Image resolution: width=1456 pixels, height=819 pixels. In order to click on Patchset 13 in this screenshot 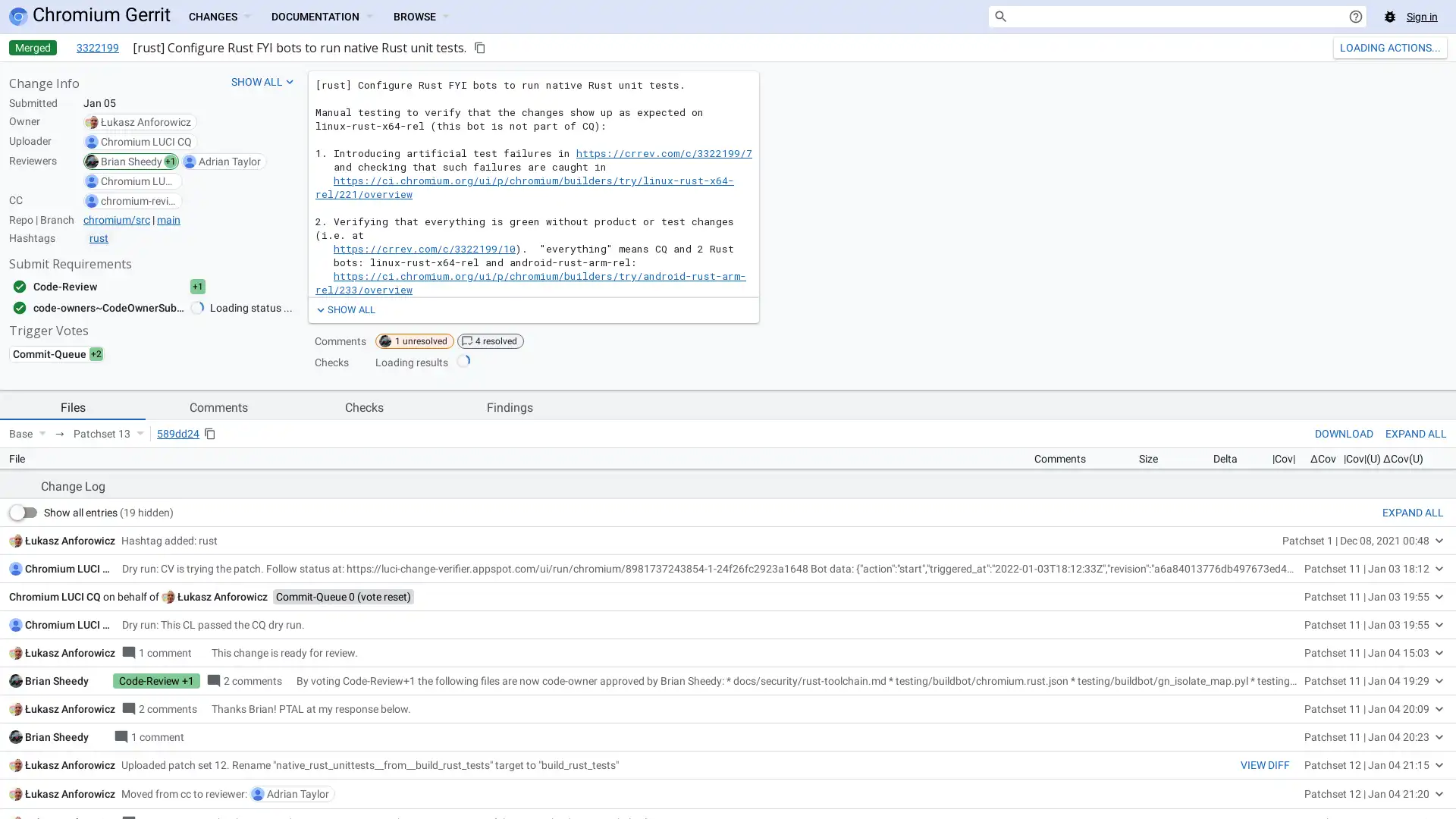, I will do `click(108, 433)`.